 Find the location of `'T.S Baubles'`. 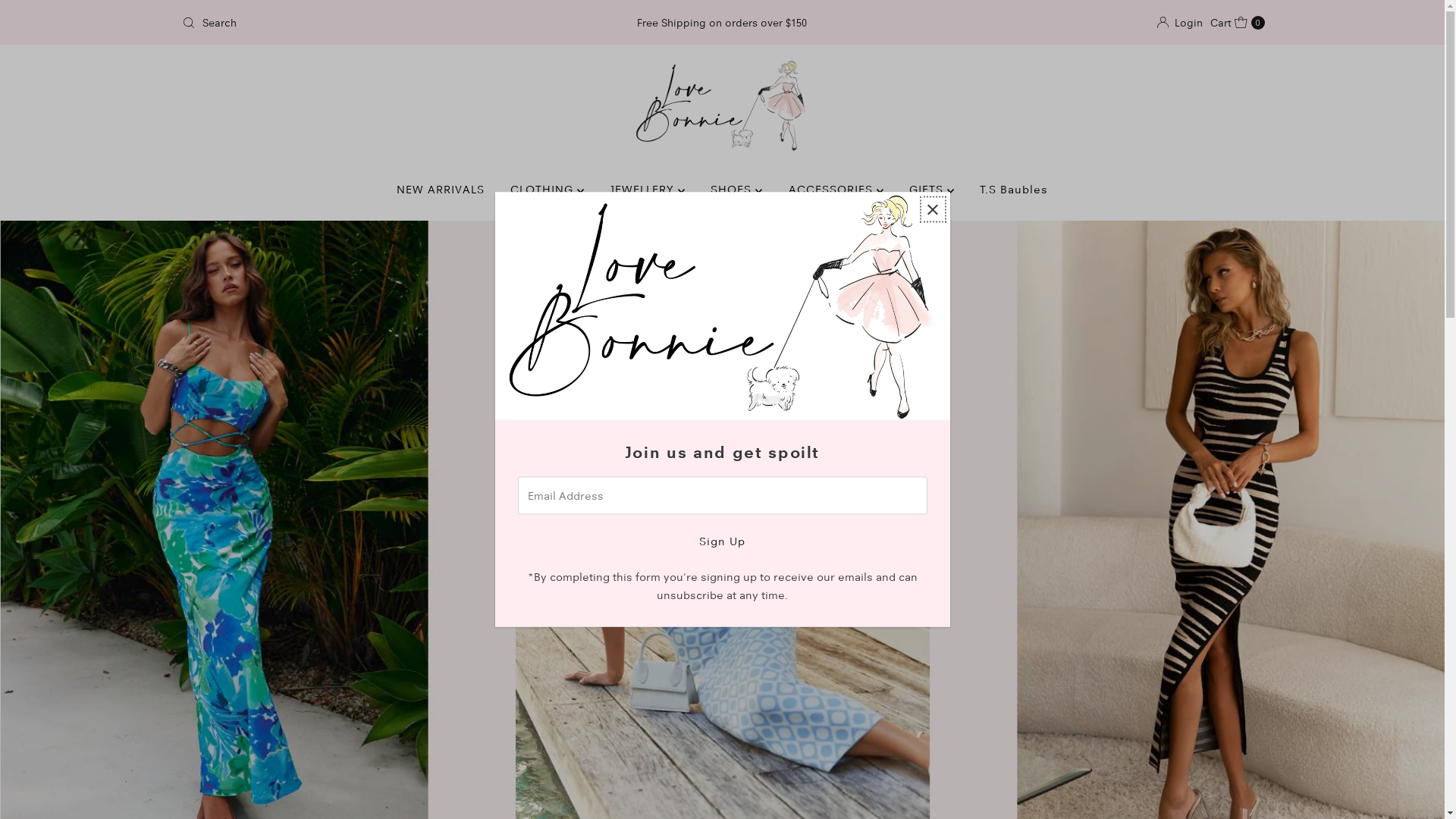

'T.S Baubles' is located at coordinates (1014, 189).